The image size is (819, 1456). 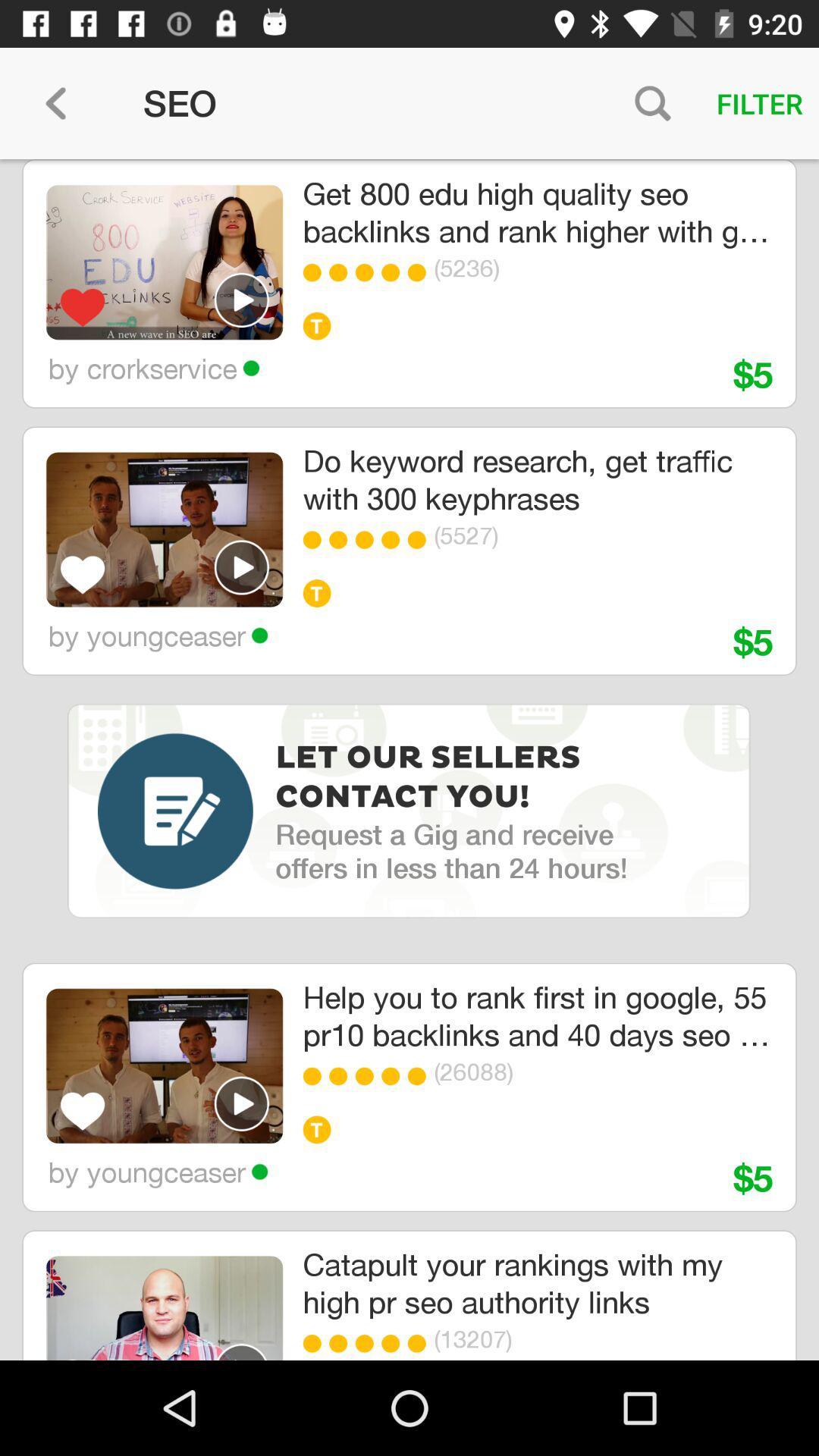 I want to click on video, so click(x=241, y=300).